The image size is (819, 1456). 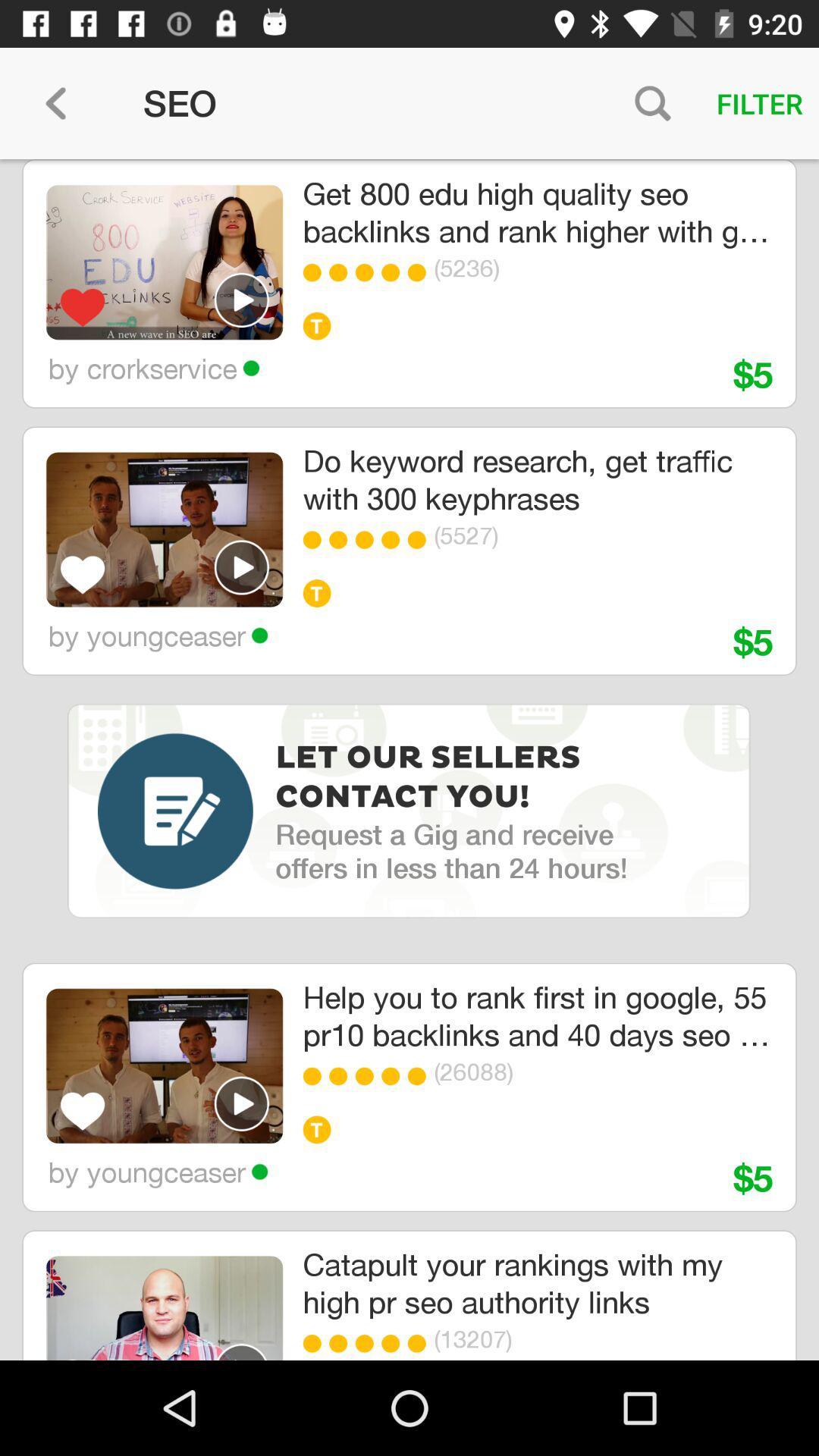 I want to click on video, so click(x=241, y=300).